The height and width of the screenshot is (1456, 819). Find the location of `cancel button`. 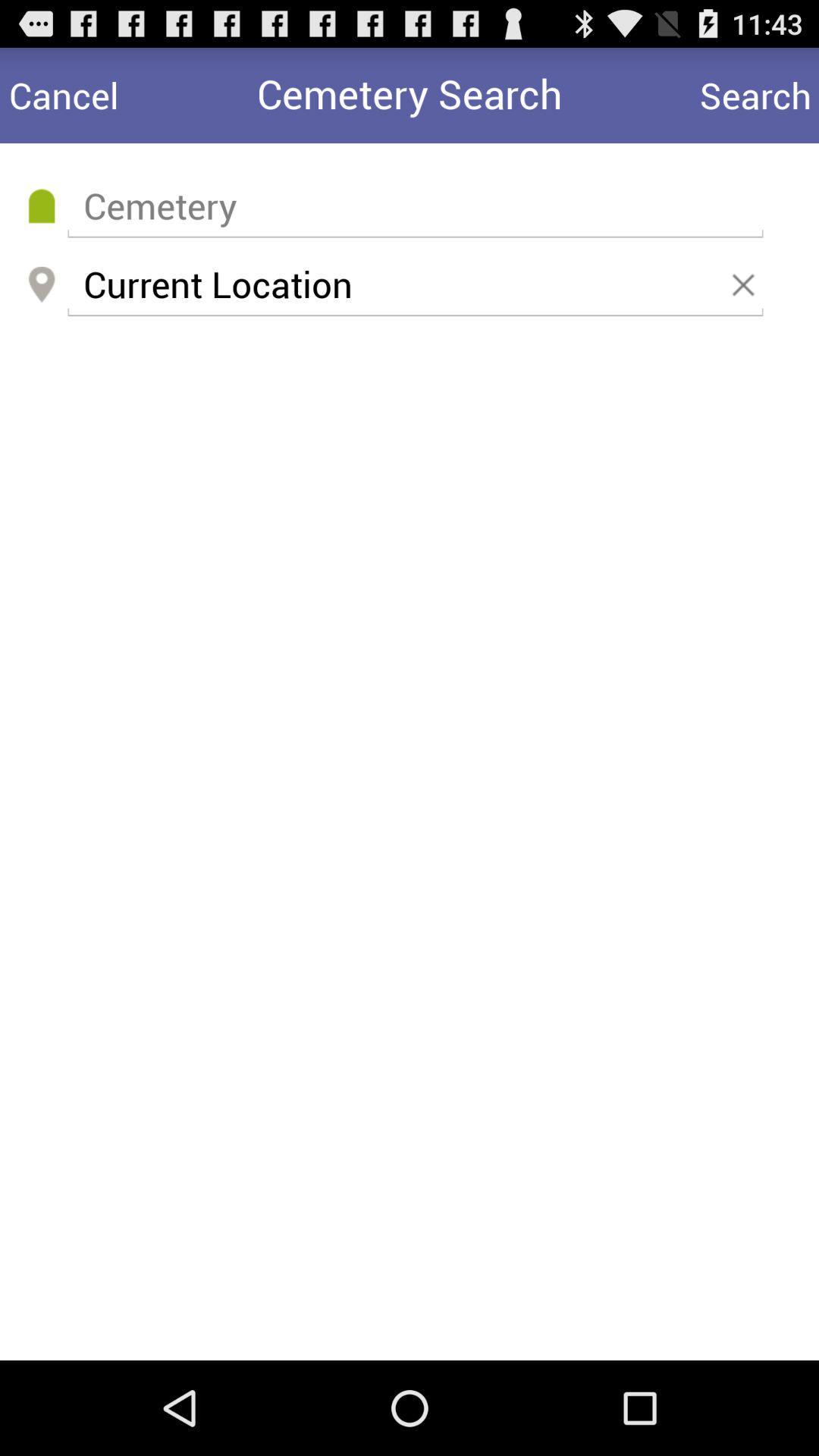

cancel button is located at coordinates (63, 94).